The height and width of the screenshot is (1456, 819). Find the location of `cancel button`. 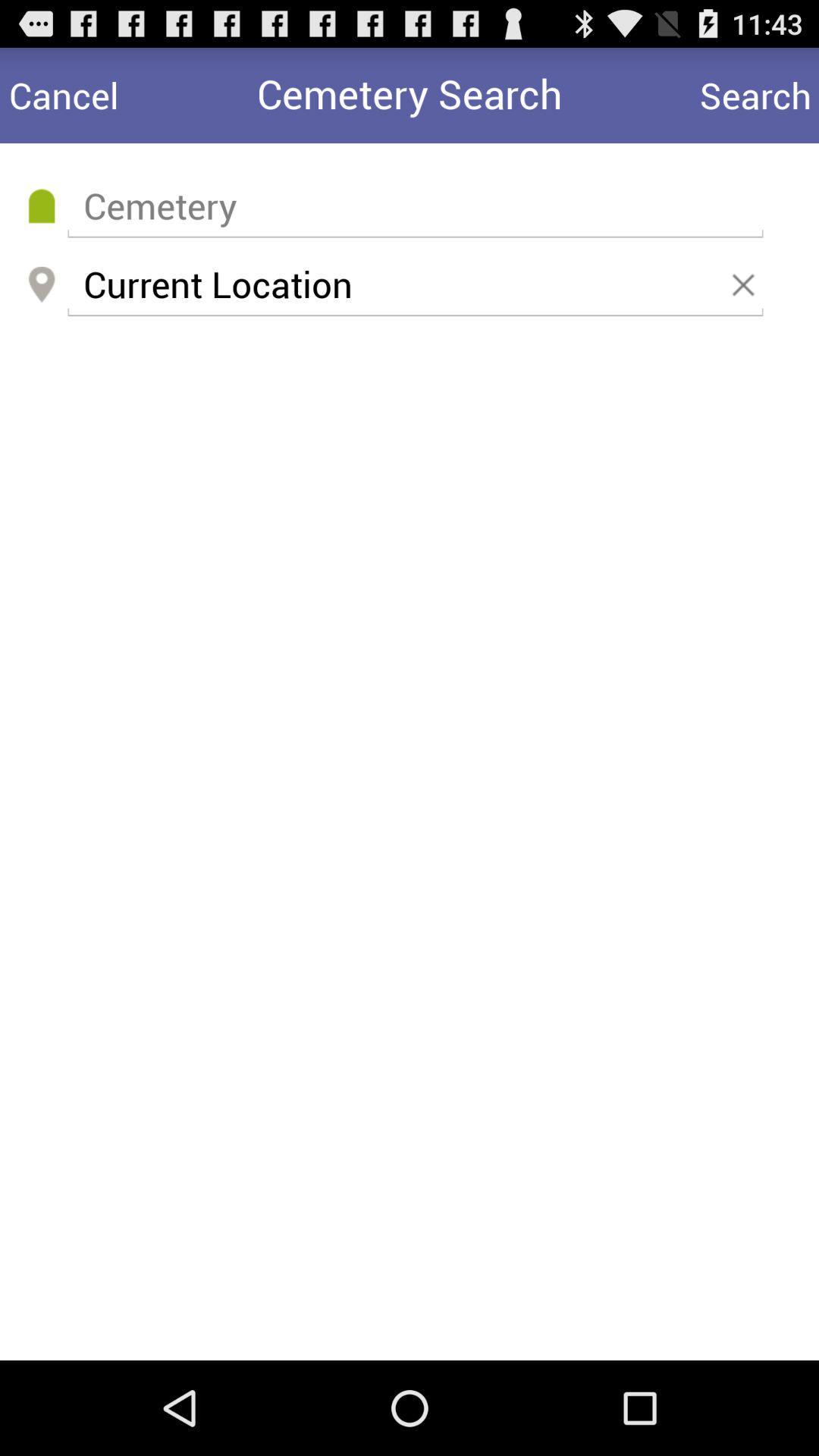

cancel button is located at coordinates (63, 94).